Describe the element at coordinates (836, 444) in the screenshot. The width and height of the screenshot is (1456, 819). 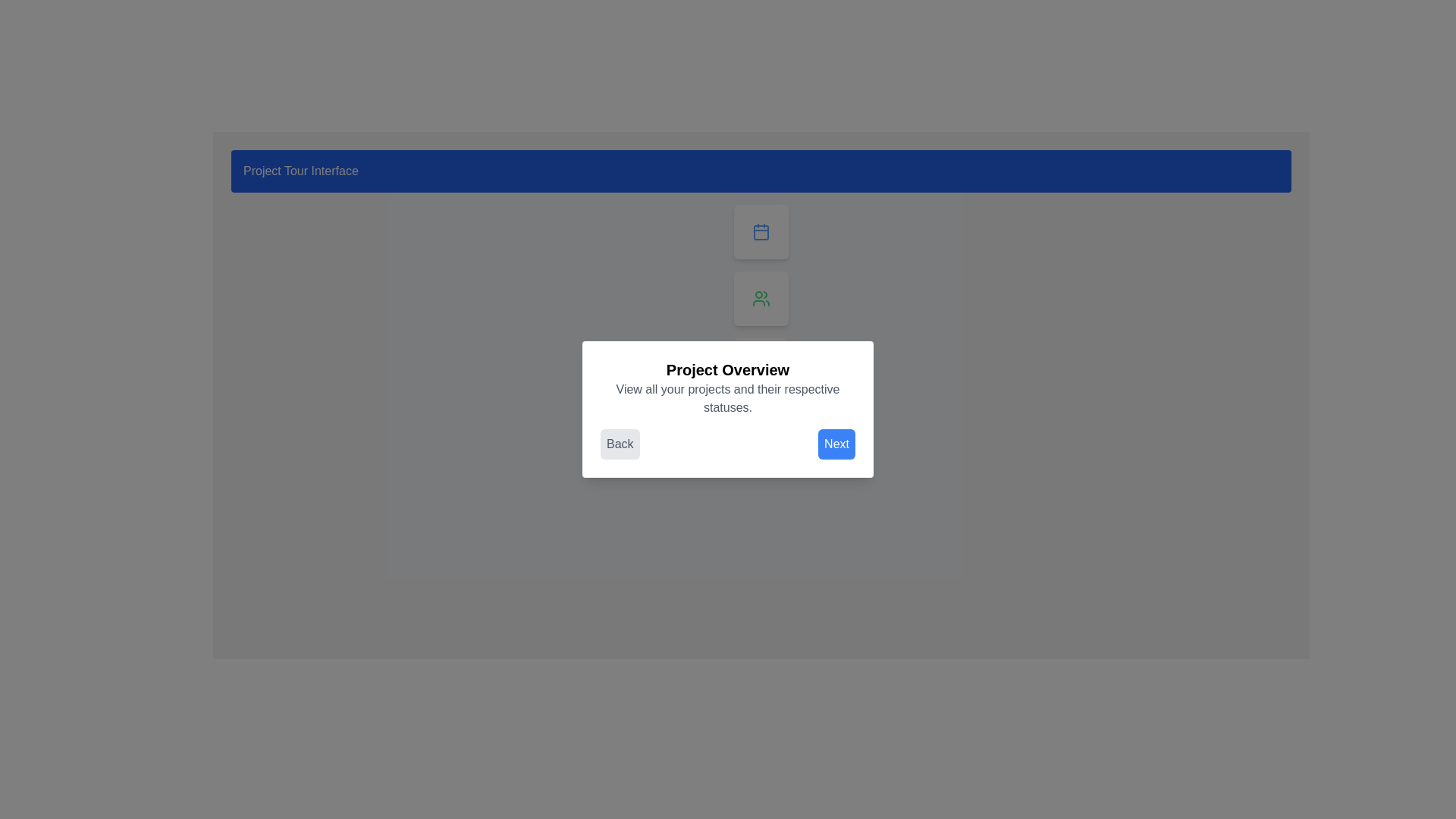
I see `the rectangular button with a blue background and white text reading 'Next' located in the bottom-right corner of the modal dialog to observe any hover effects` at that location.